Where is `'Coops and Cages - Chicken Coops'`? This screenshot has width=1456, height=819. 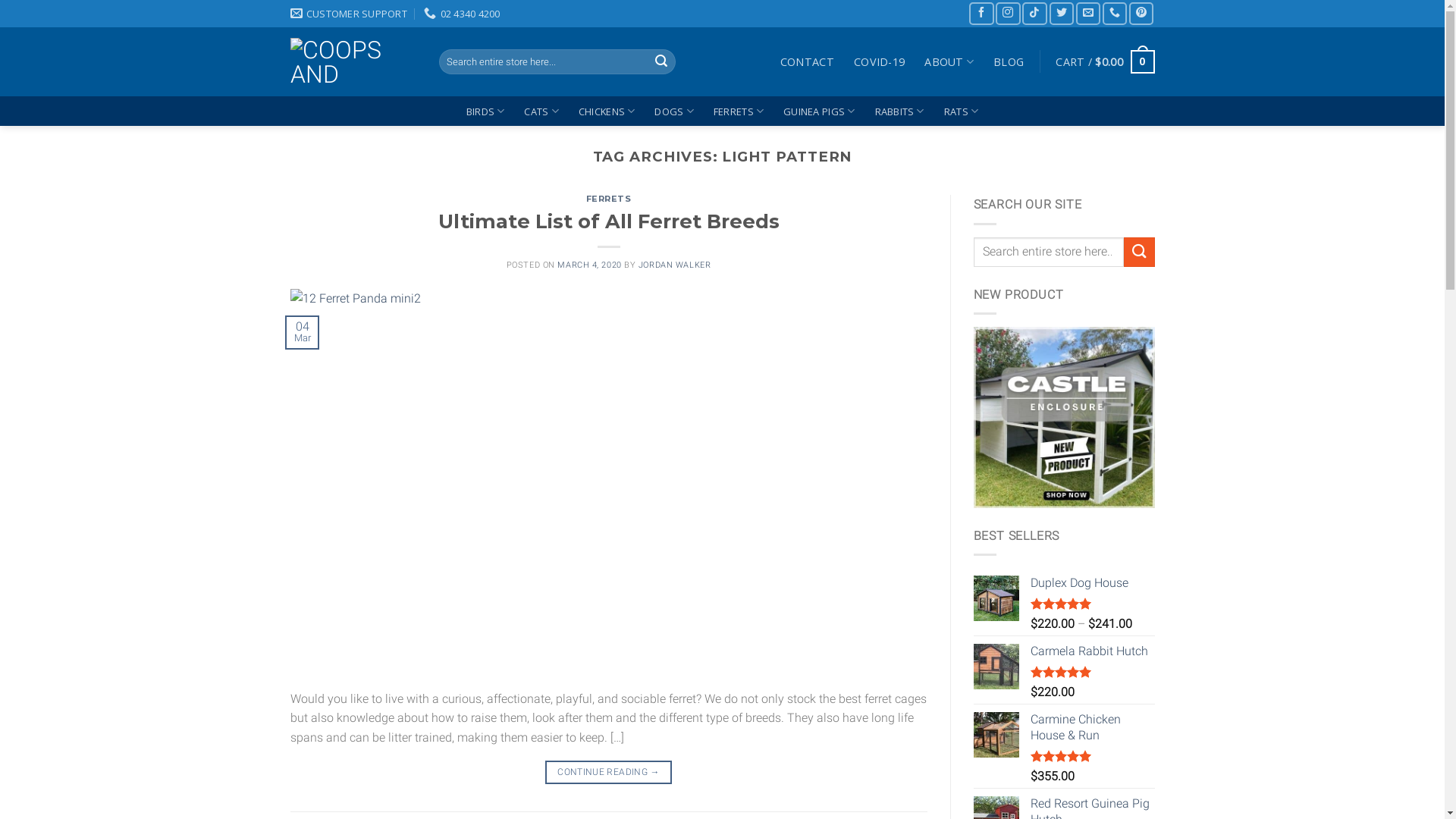 'Coops and Cages - Chicken Coops' is located at coordinates (352, 61).